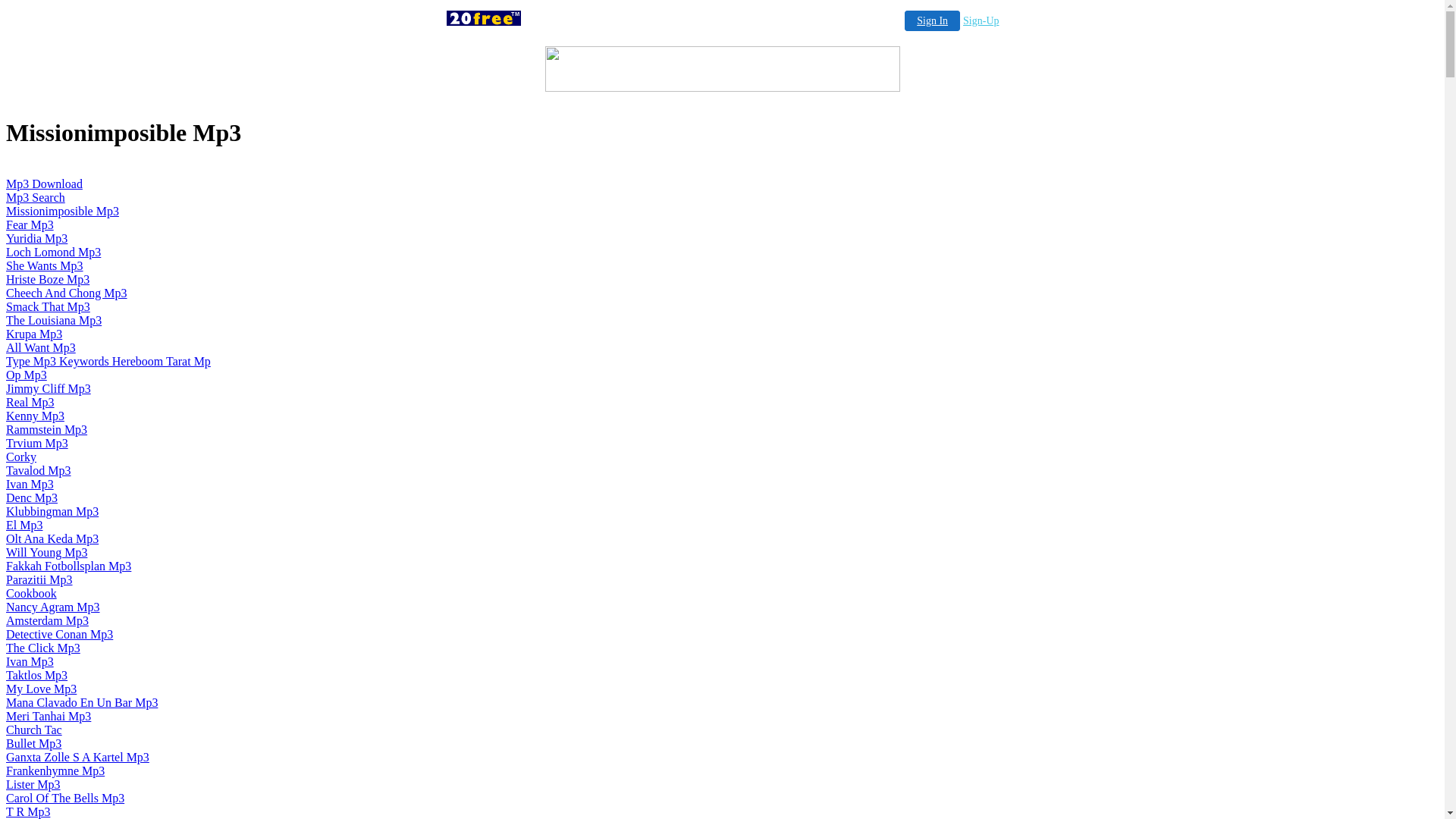 The image size is (1456, 819). I want to click on 'Fear Mp3', so click(30, 224).